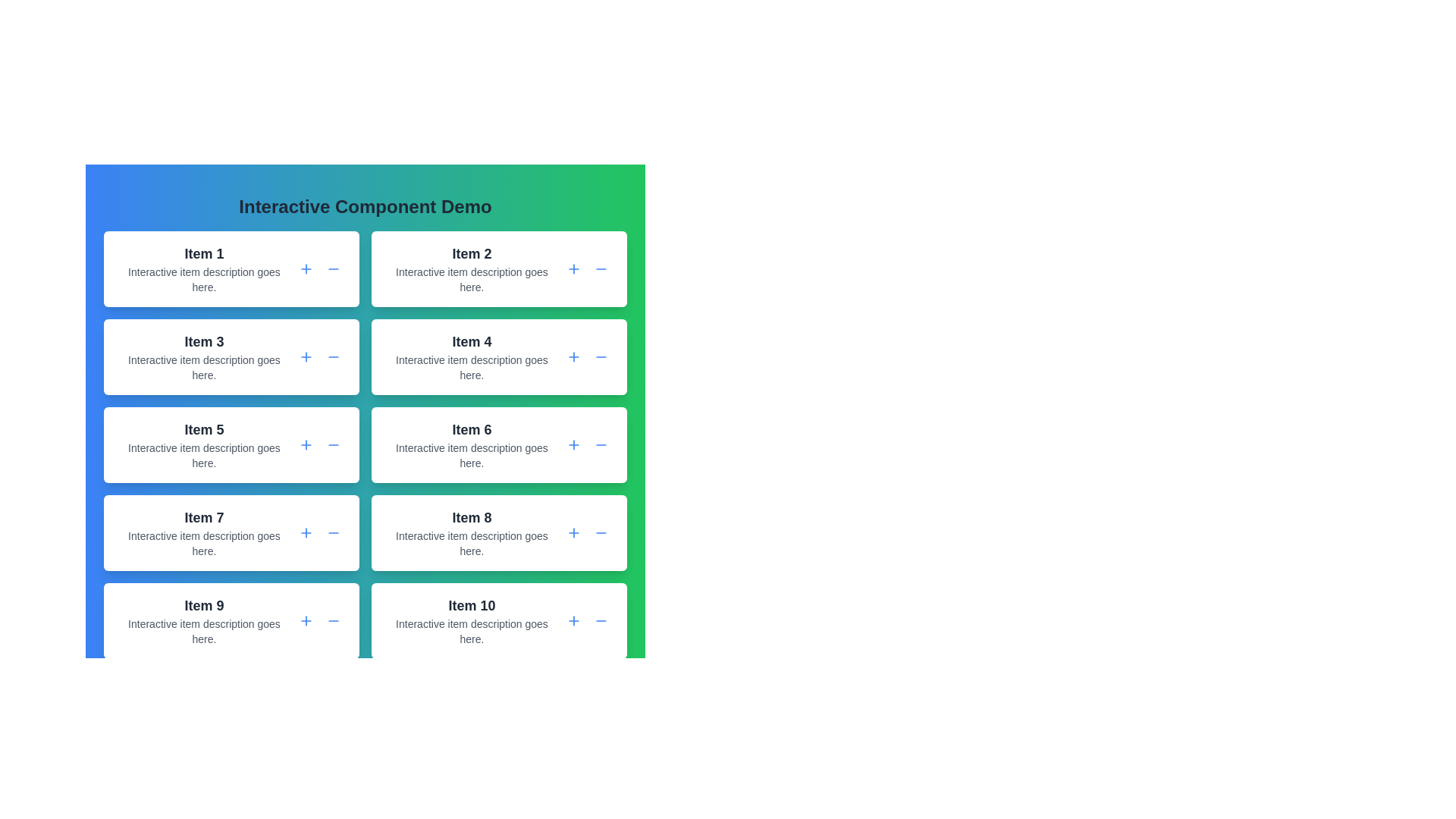  Describe the element at coordinates (600, 356) in the screenshot. I see `the 'decrease' or 'minus' button icon` at that location.